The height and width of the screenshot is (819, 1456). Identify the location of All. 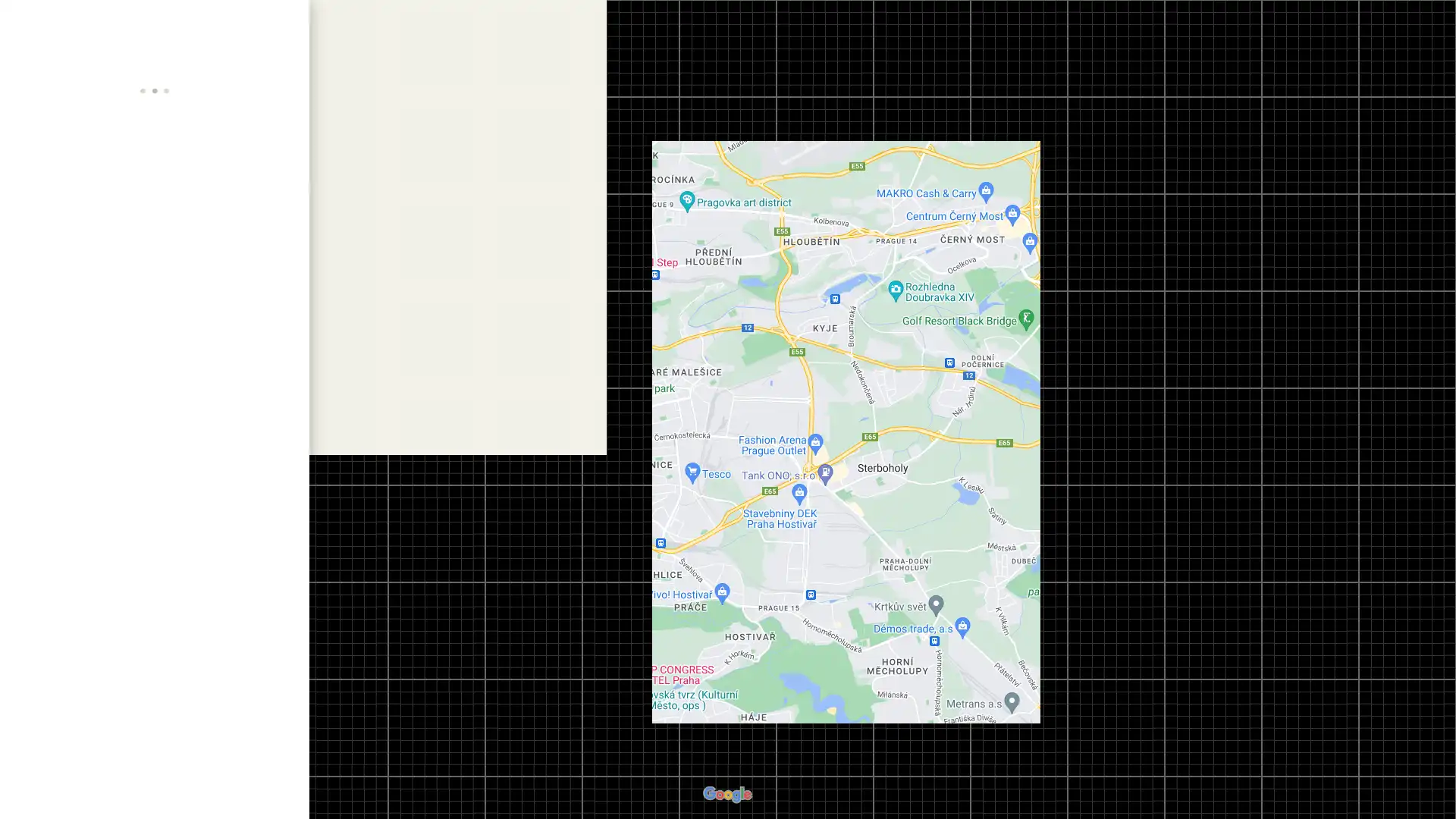
(61, 742).